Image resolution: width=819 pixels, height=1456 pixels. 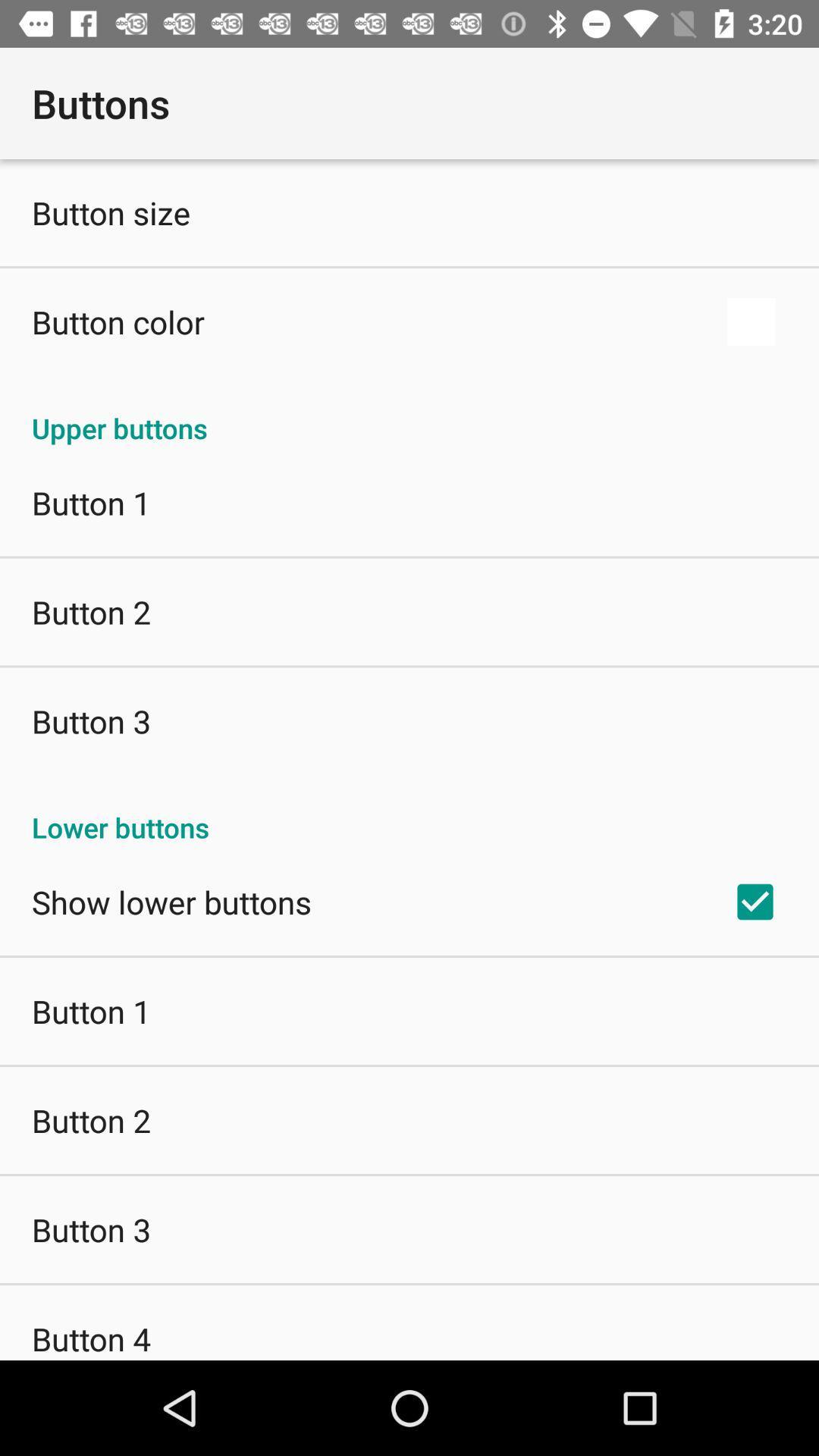 What do you see at coordinates (110, 212) in the screenshot?
I see `the item below buttons` at bounding box center [110, 212].